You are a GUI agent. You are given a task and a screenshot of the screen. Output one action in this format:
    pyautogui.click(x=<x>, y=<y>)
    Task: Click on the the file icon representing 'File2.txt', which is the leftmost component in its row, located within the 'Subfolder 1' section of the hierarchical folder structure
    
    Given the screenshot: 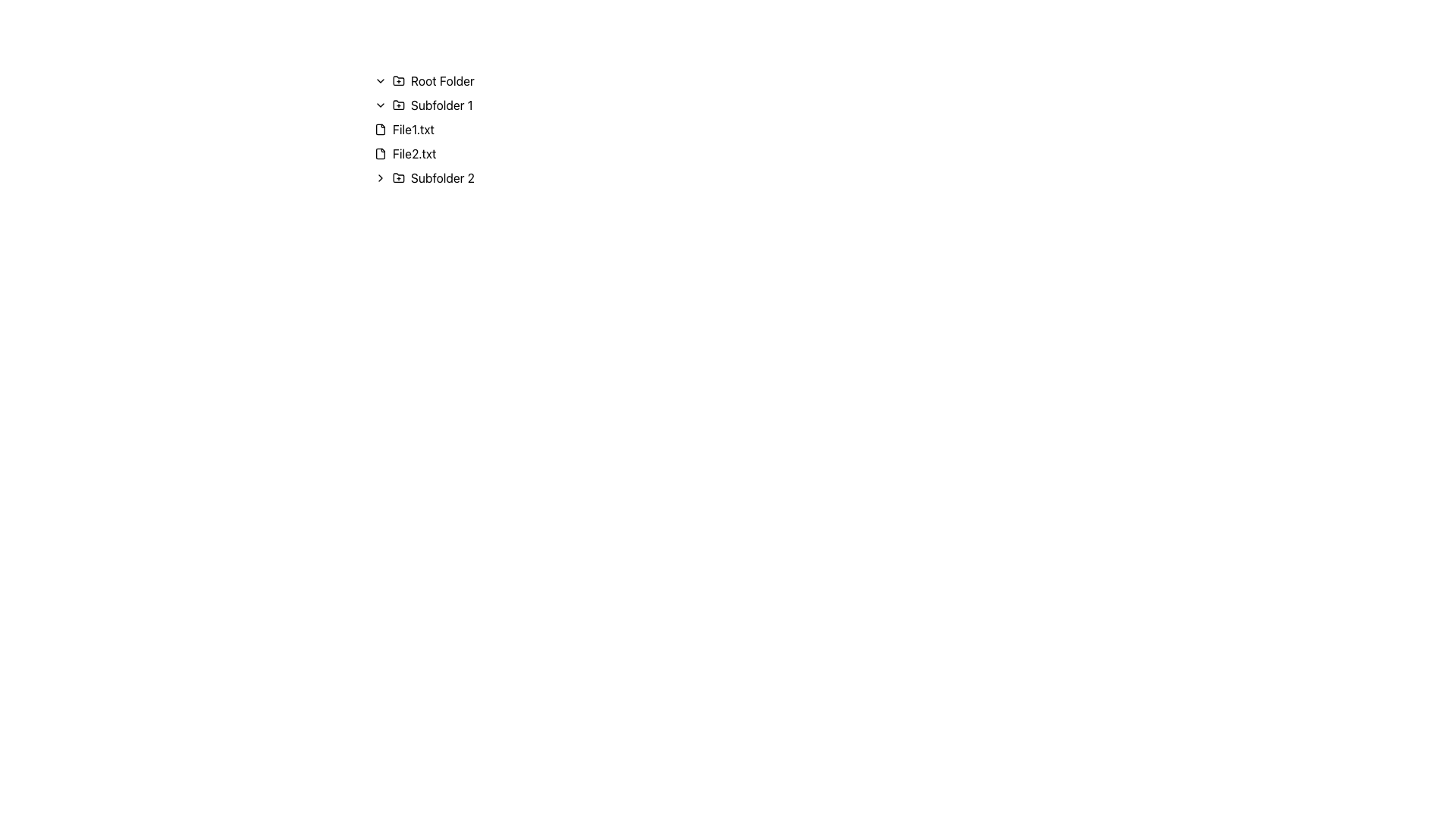 What is the action you would take?
    pyautogui.click(x=381, y=154)
    